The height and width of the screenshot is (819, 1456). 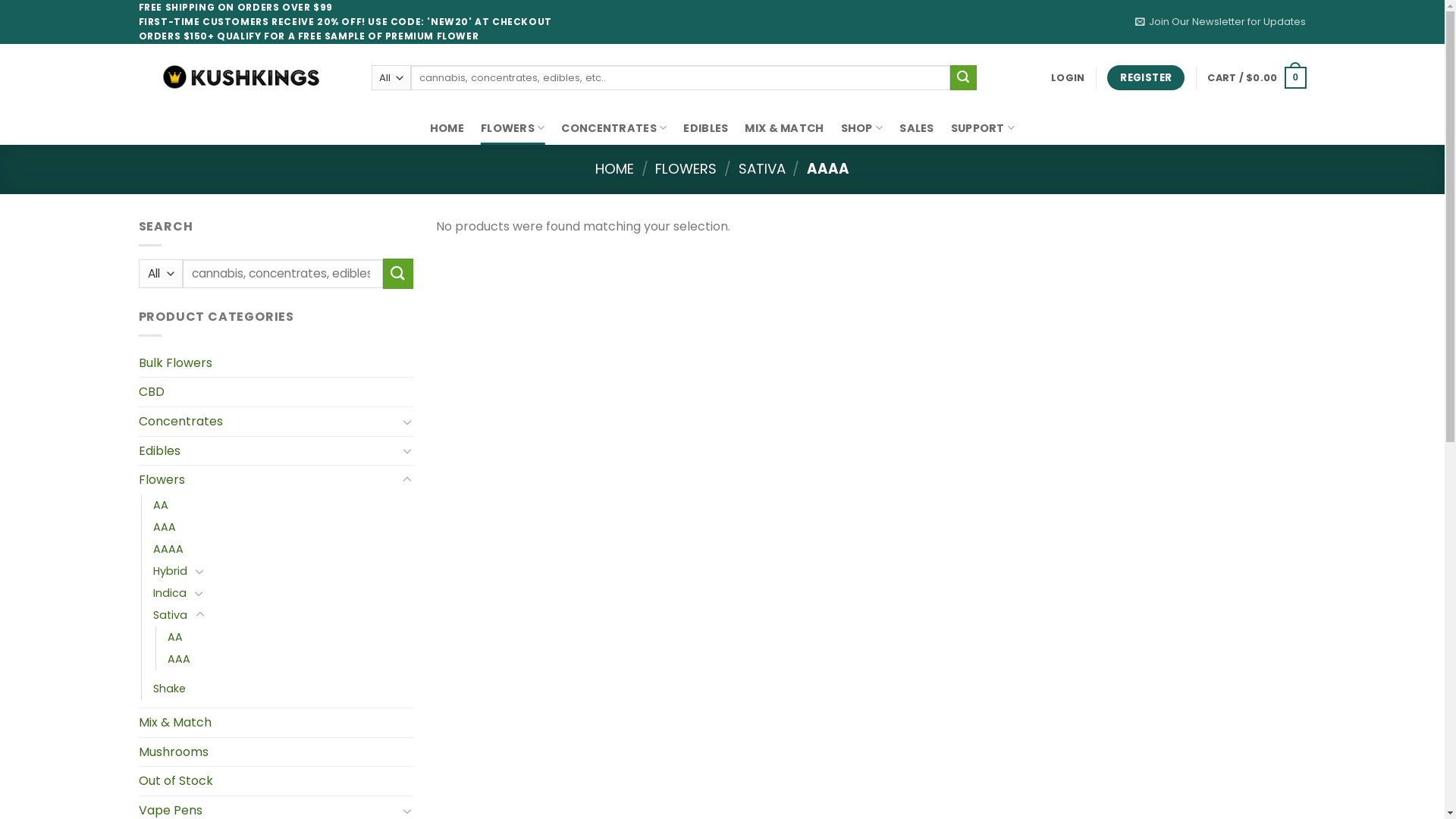 I want to click on 'Search', so click(x=962, y=78).